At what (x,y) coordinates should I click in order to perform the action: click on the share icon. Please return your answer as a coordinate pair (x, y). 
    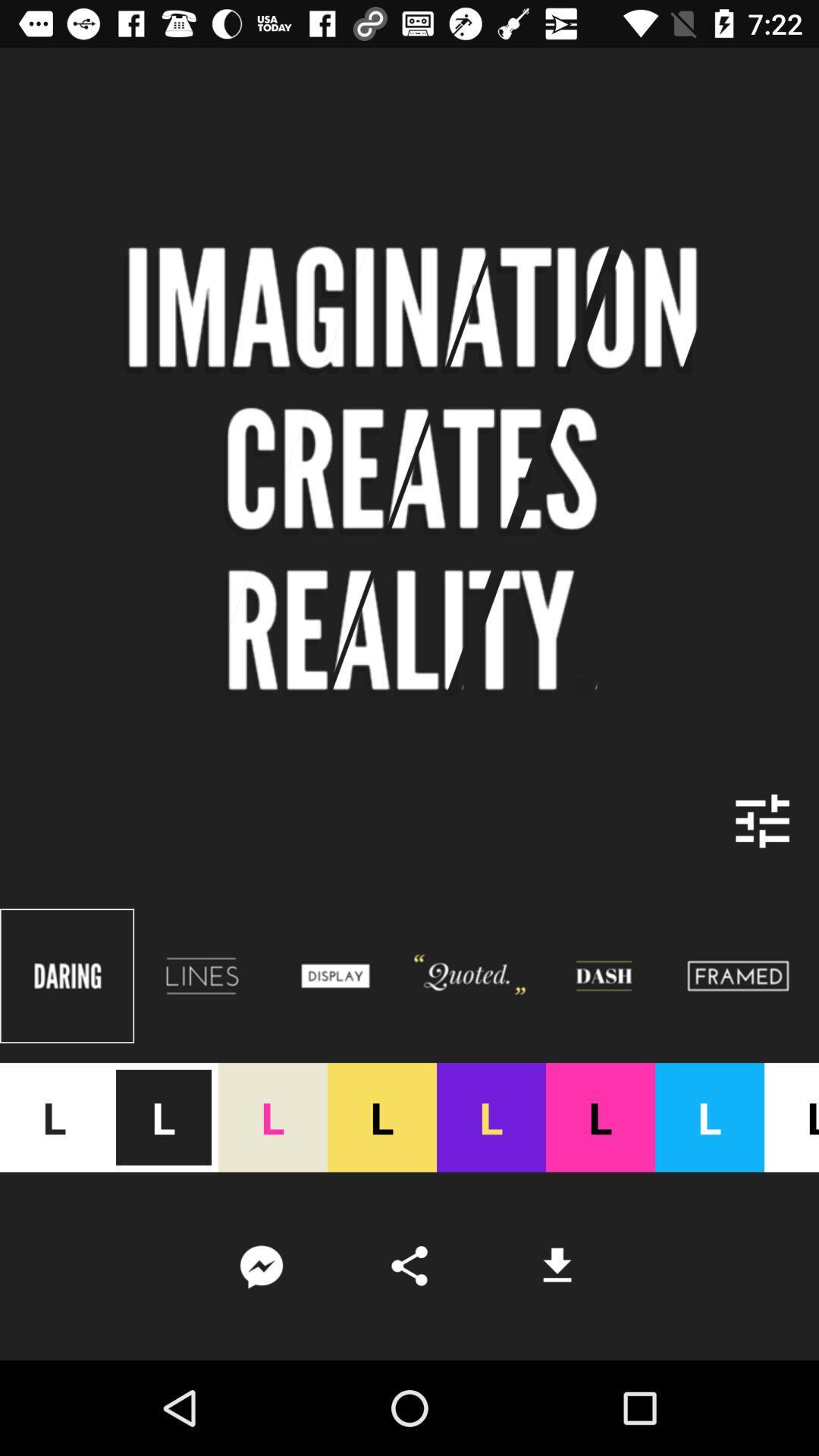
    Looking at the image, I should click on (409, 1266).